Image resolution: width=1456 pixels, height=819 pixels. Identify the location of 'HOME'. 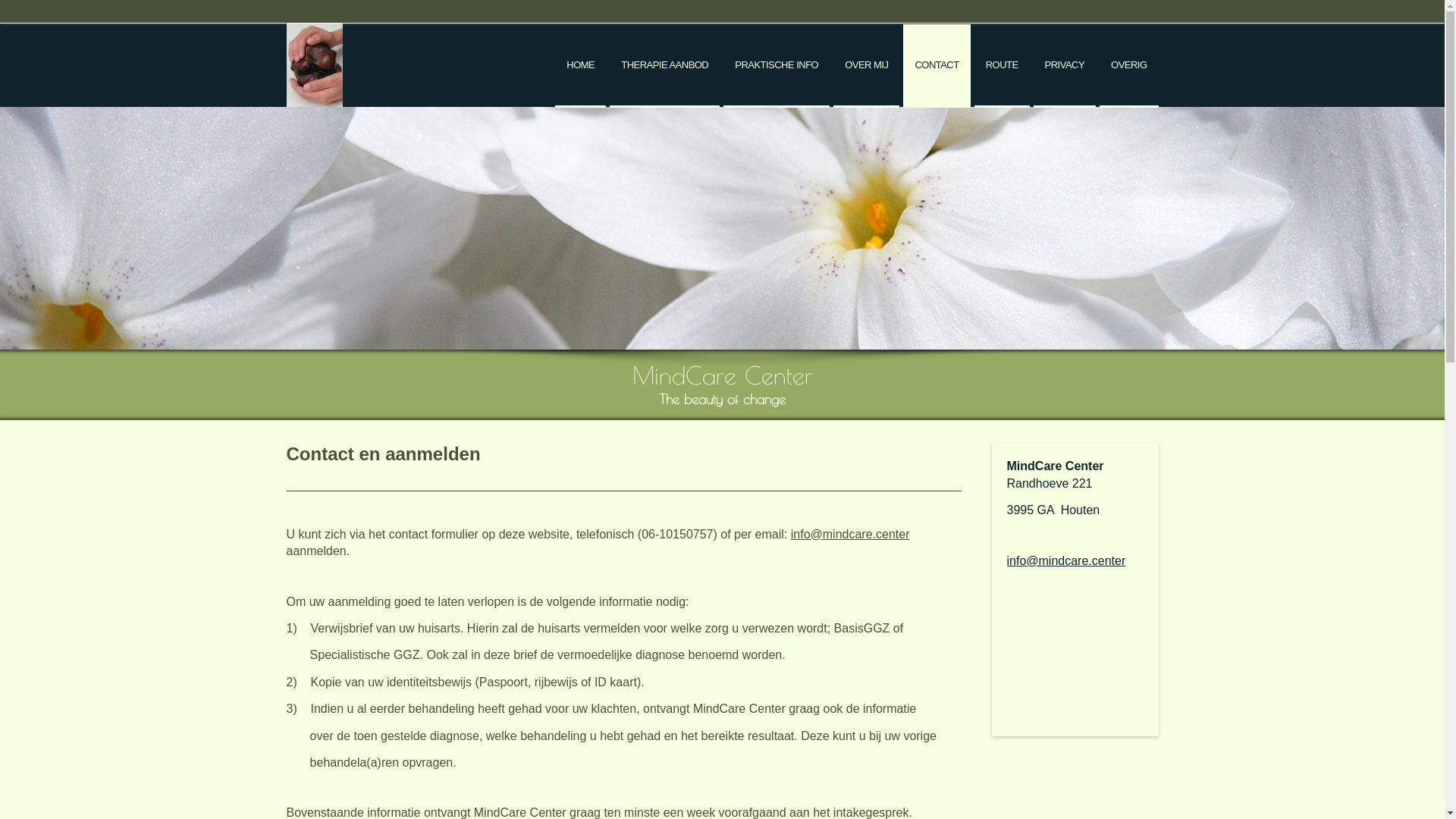
(579, 65).